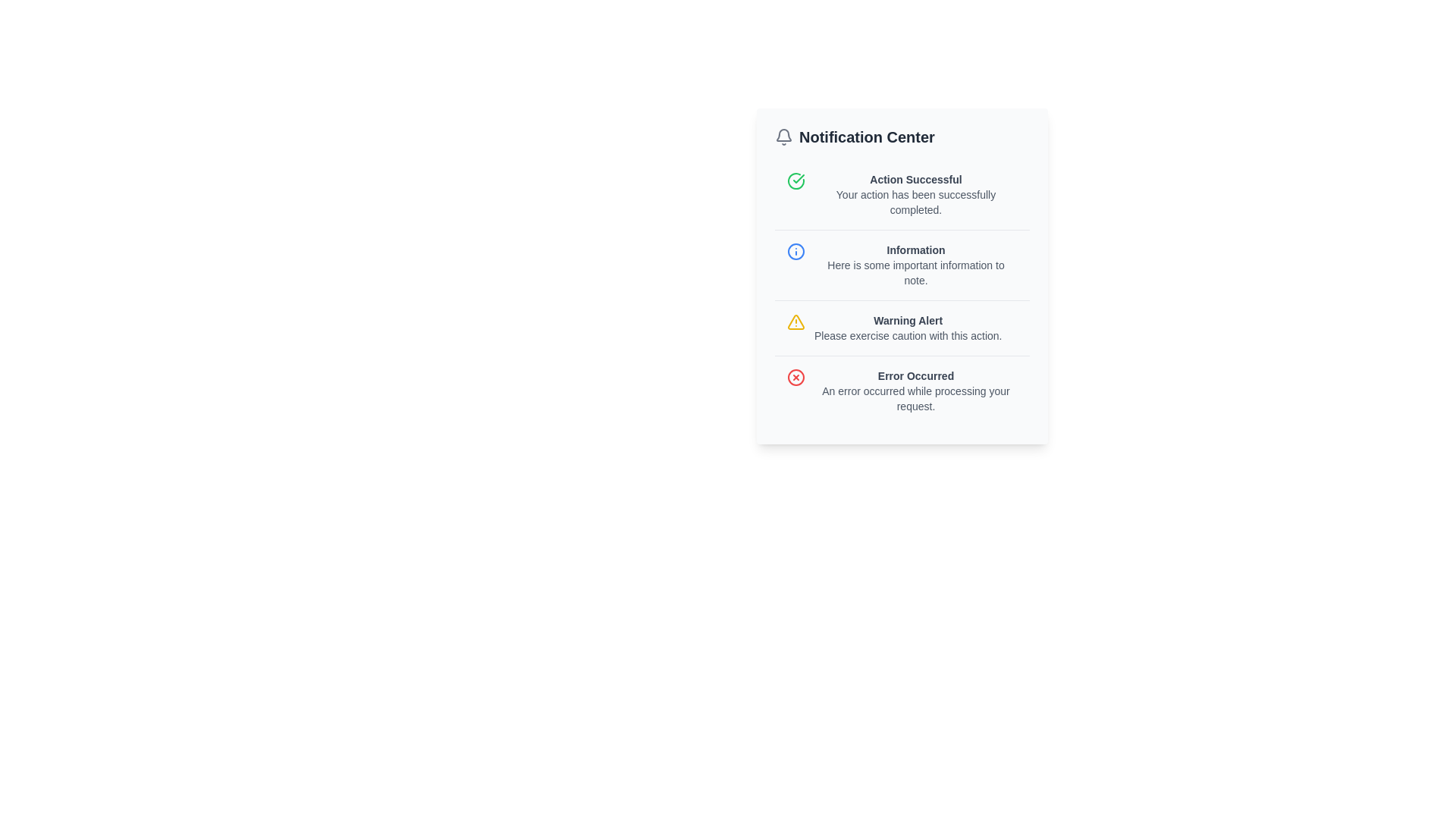  What do you see at coordinates (915, 194) in the screenshot?
I see `message displayed in the text block that shows 'Action Successful' and its subtext 'Your action has been successfully completed.' This text block is the first notification in the 'Notification Center' interface, positioned near the top with a green checkmark icon indicating success` at bounding box center [915, 194].